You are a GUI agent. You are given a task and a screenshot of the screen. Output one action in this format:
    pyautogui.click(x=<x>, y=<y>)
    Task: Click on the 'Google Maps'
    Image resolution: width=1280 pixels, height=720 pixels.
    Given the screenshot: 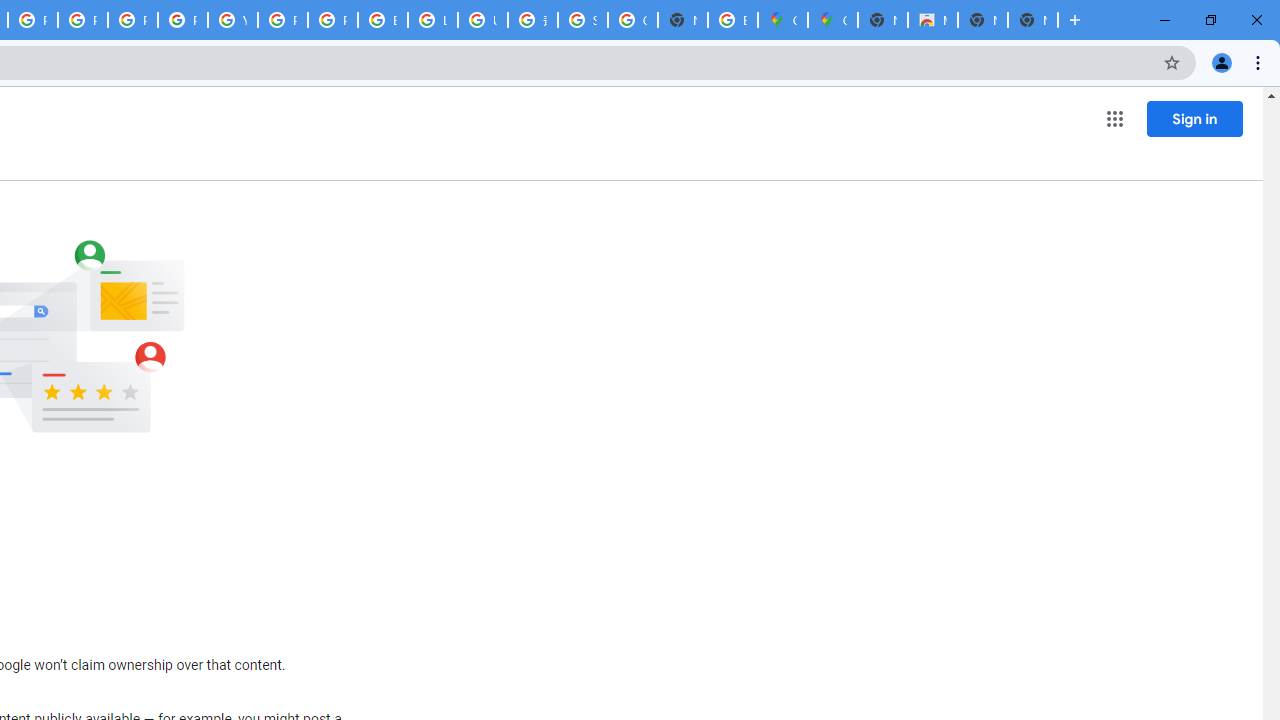 What is the action you would take?
    pyautogui.click(x=781, y=20)
    